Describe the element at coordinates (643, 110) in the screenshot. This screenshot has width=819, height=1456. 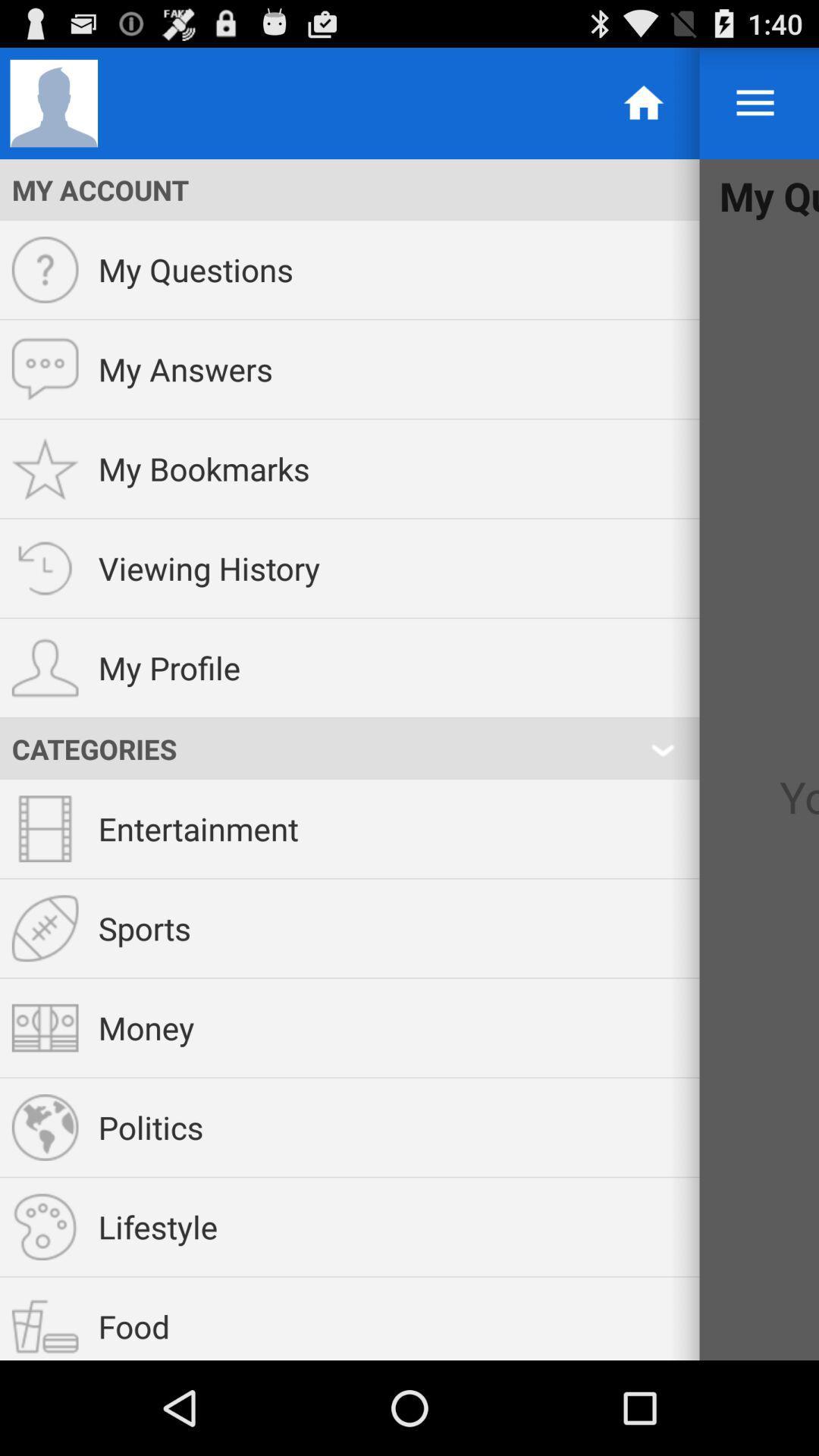
I see `the home icon` at that location.